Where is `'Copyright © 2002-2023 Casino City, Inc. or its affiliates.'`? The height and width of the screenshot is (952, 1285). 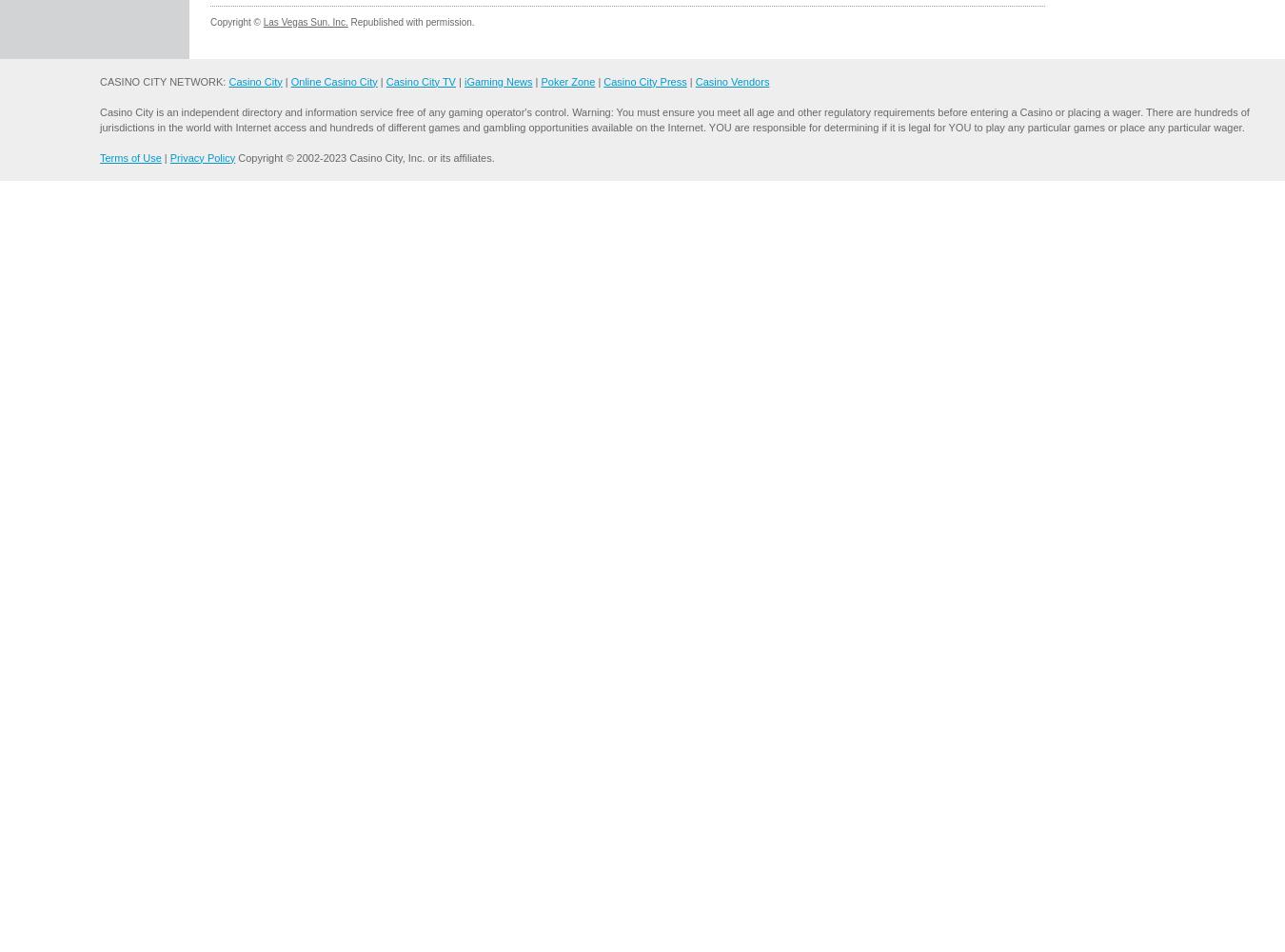 'Copyright © 2002-2023 Casino City, Inc. or its affiliates.' is located at coordinates (234, 157).